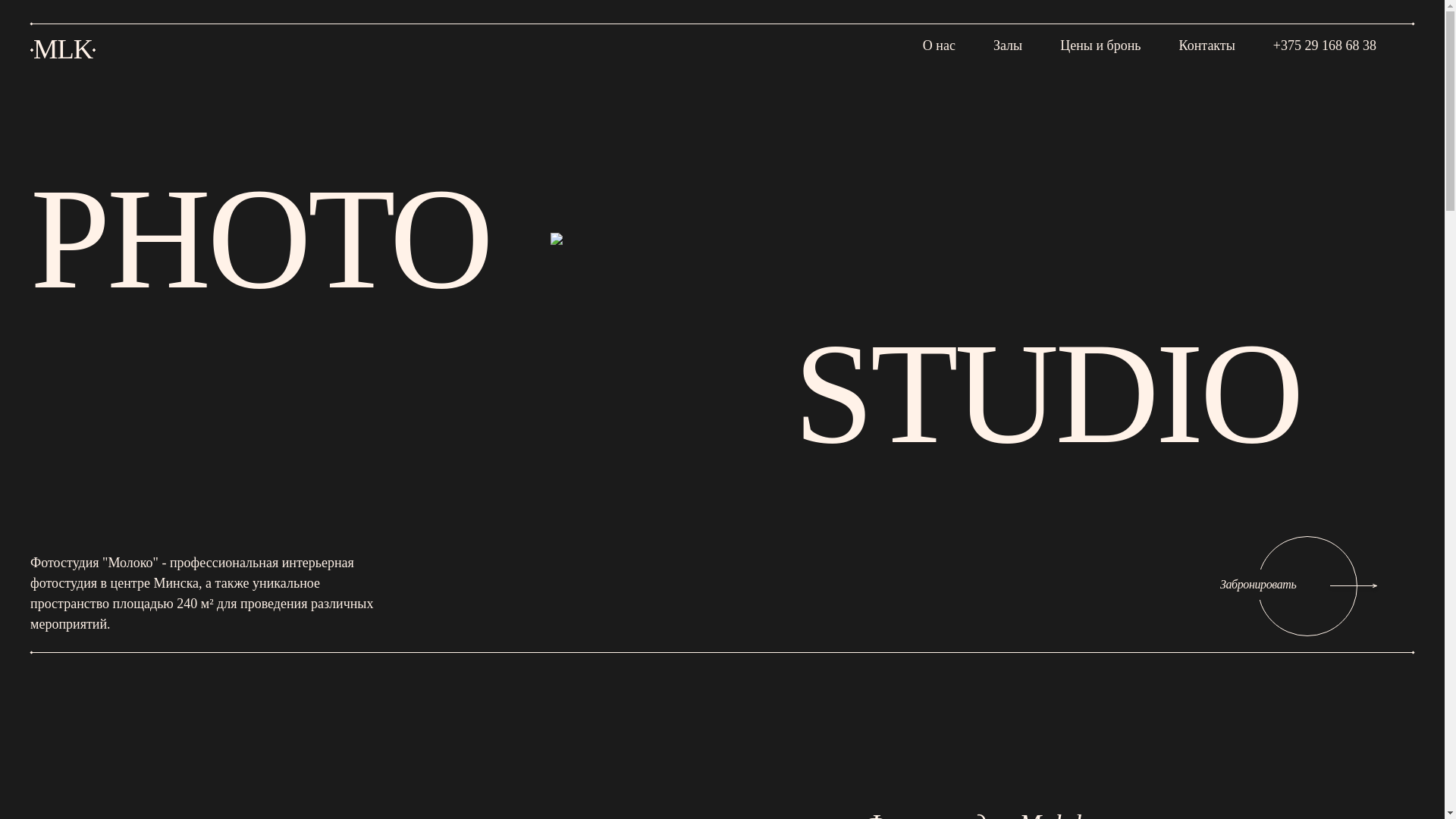 This screenshot has width=1456, height=819. Describe the element at coordinates (1273, 42) in the screenshot. I see `'+375 29 168 68 38'` at that location.